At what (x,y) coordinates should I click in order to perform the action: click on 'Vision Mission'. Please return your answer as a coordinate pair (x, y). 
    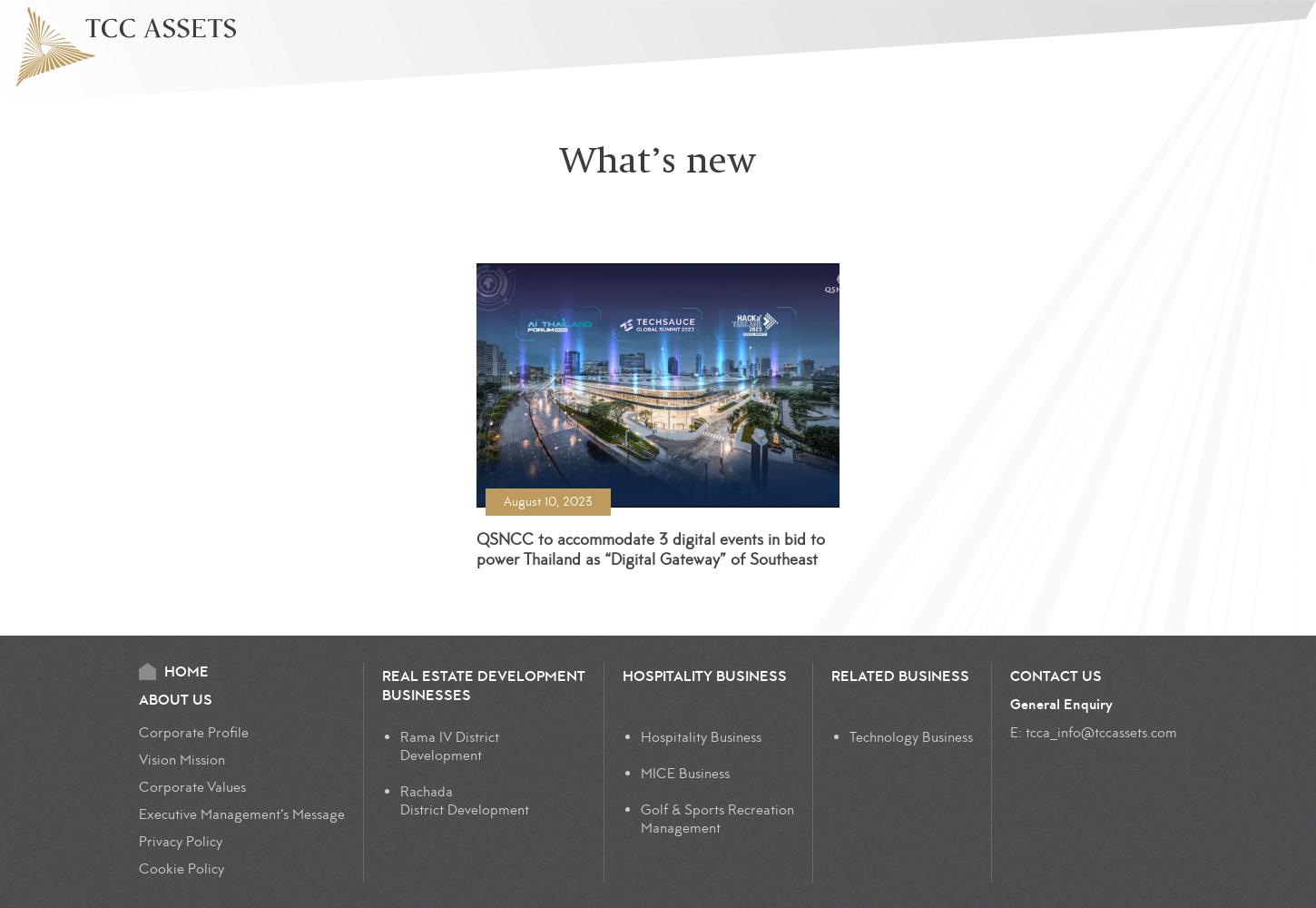
    Looking at the image, I should click on (181, 759).